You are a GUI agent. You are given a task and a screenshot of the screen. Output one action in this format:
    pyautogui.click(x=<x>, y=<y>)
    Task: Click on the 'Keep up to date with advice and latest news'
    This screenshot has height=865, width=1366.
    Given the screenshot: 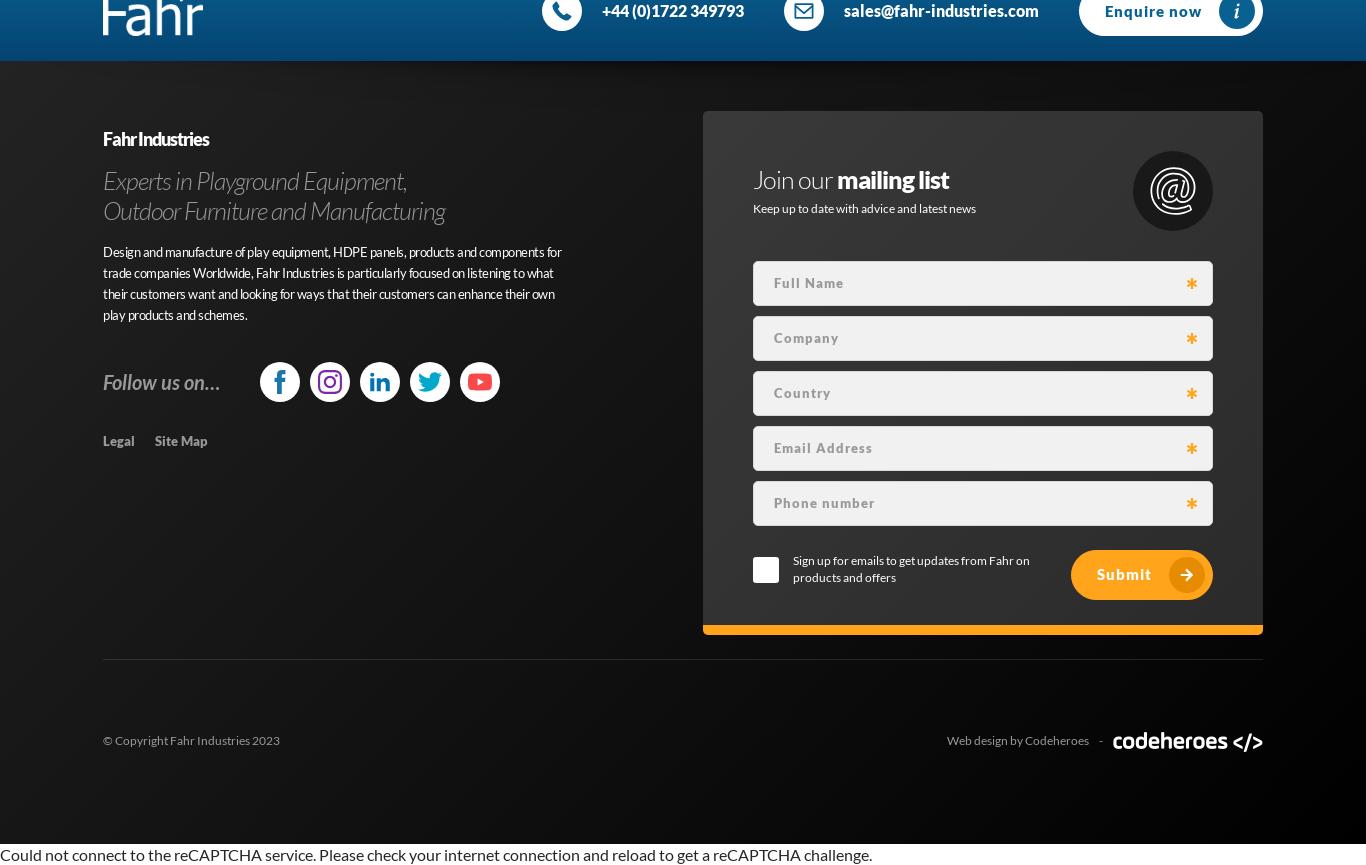 What is the action you would take?
    pyautogui.click(x=863, y=207)
    